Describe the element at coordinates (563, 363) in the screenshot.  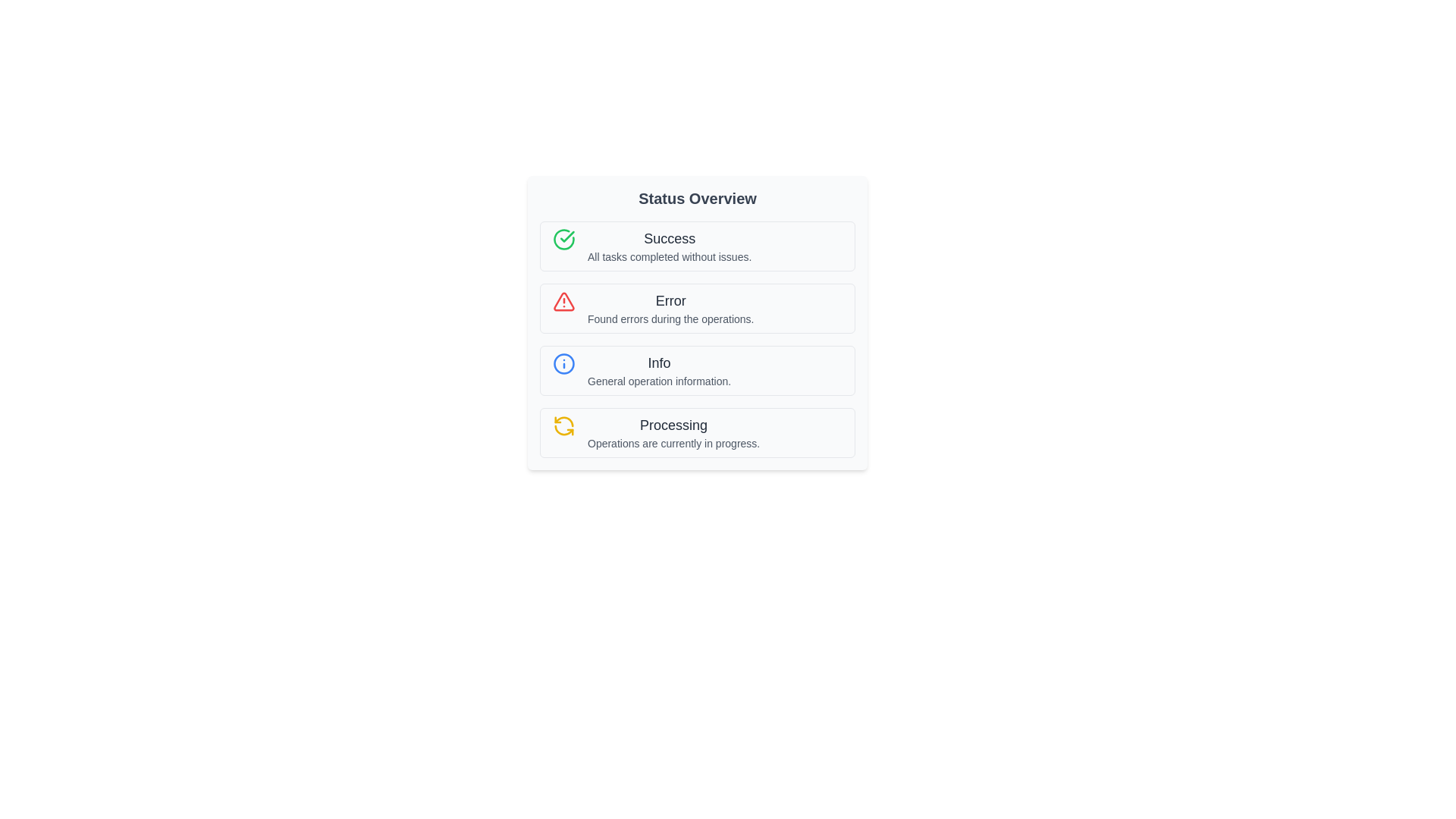
I see `the decorative SVG Circle that indicates information-related content within the 'Info' status icon in the 'Status Overview' panel` at that location.